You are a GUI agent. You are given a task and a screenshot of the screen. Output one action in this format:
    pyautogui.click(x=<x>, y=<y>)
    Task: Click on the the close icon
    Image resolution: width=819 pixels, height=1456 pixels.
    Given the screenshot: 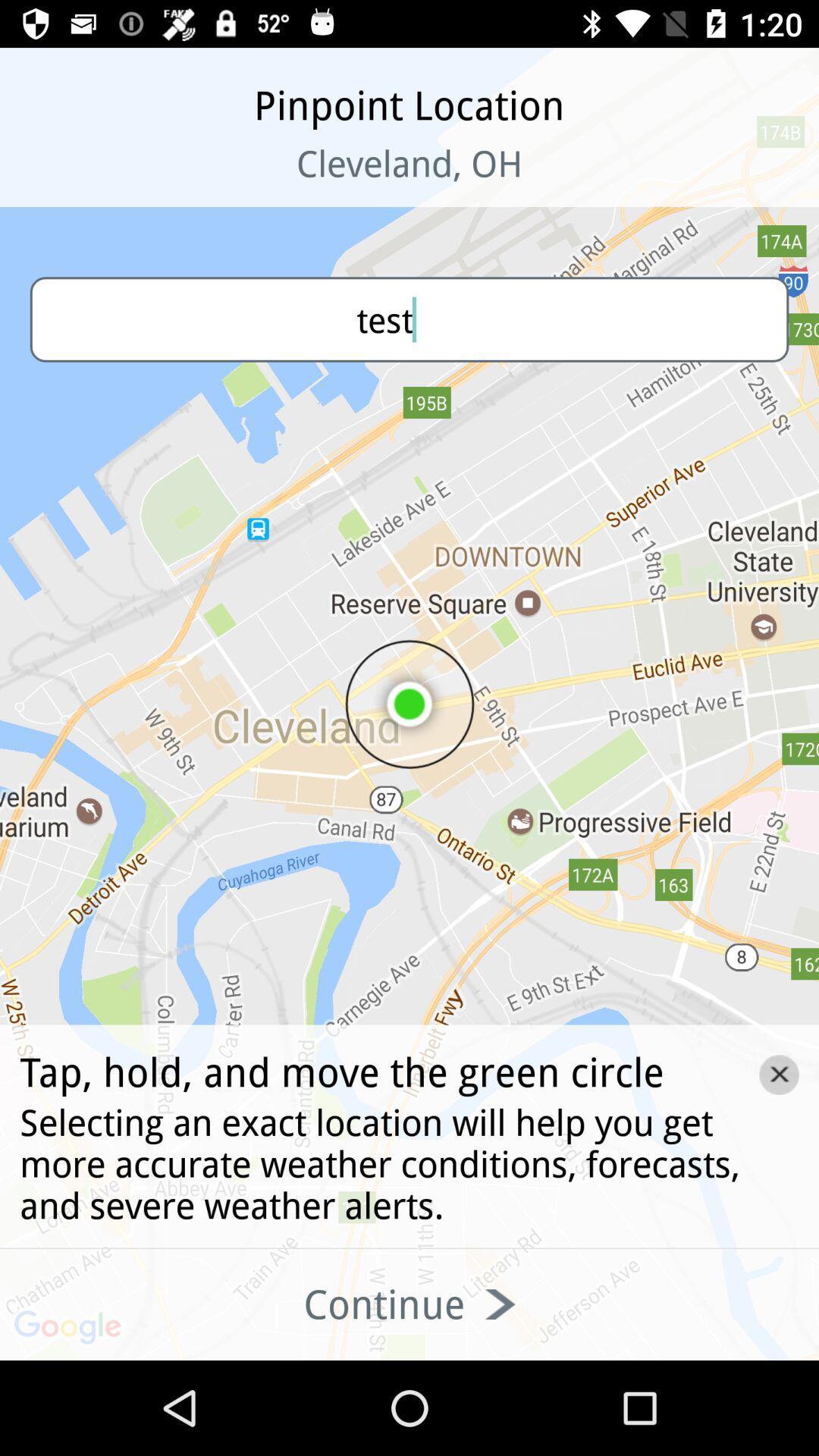 What is the action you would take?
    pyautogui.click(x=779, y=1074)
    